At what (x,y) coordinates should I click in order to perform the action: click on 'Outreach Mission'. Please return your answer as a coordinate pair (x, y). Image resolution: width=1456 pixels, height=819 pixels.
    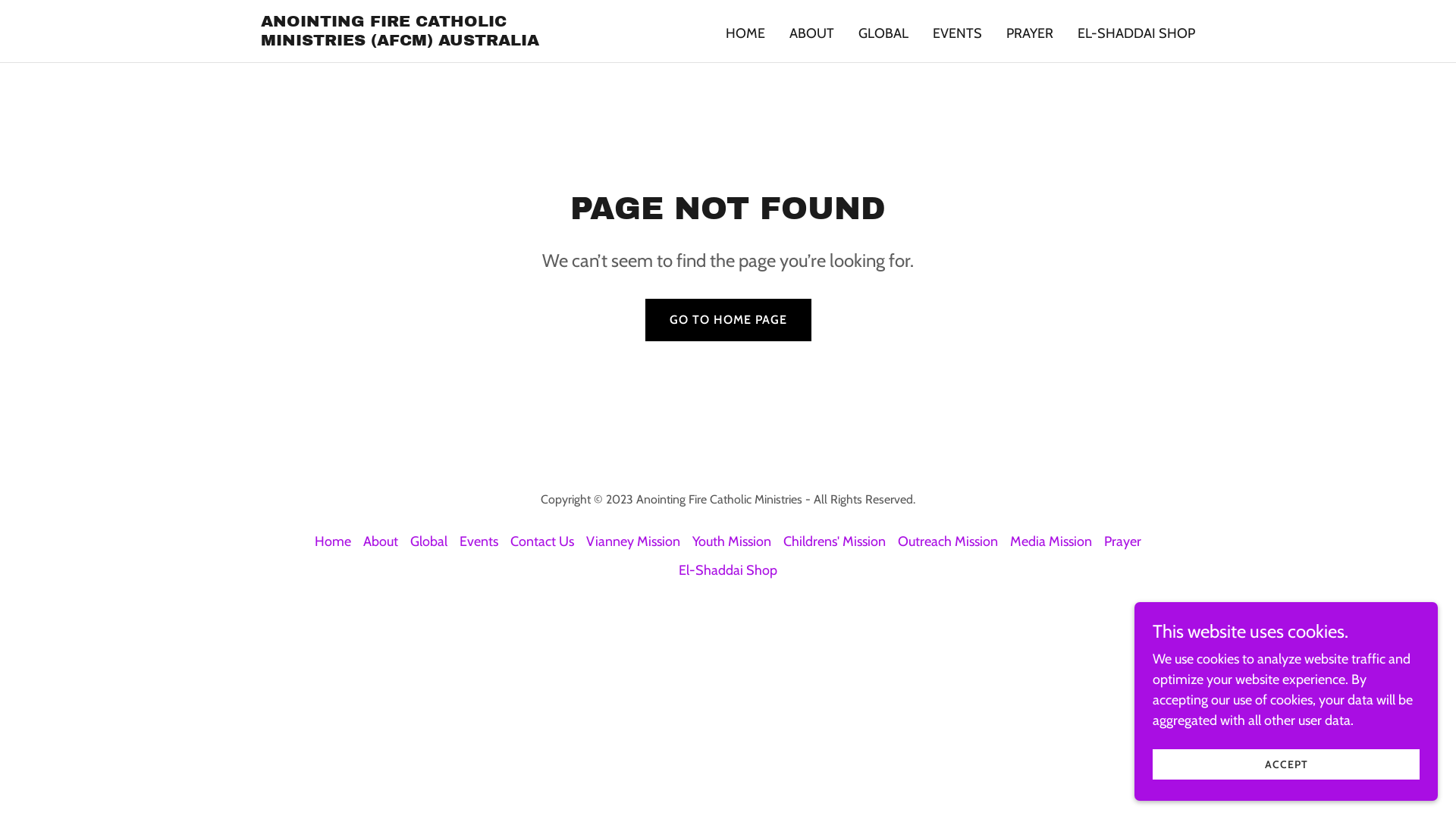
    Looking at the image, I should click on (946, 540).